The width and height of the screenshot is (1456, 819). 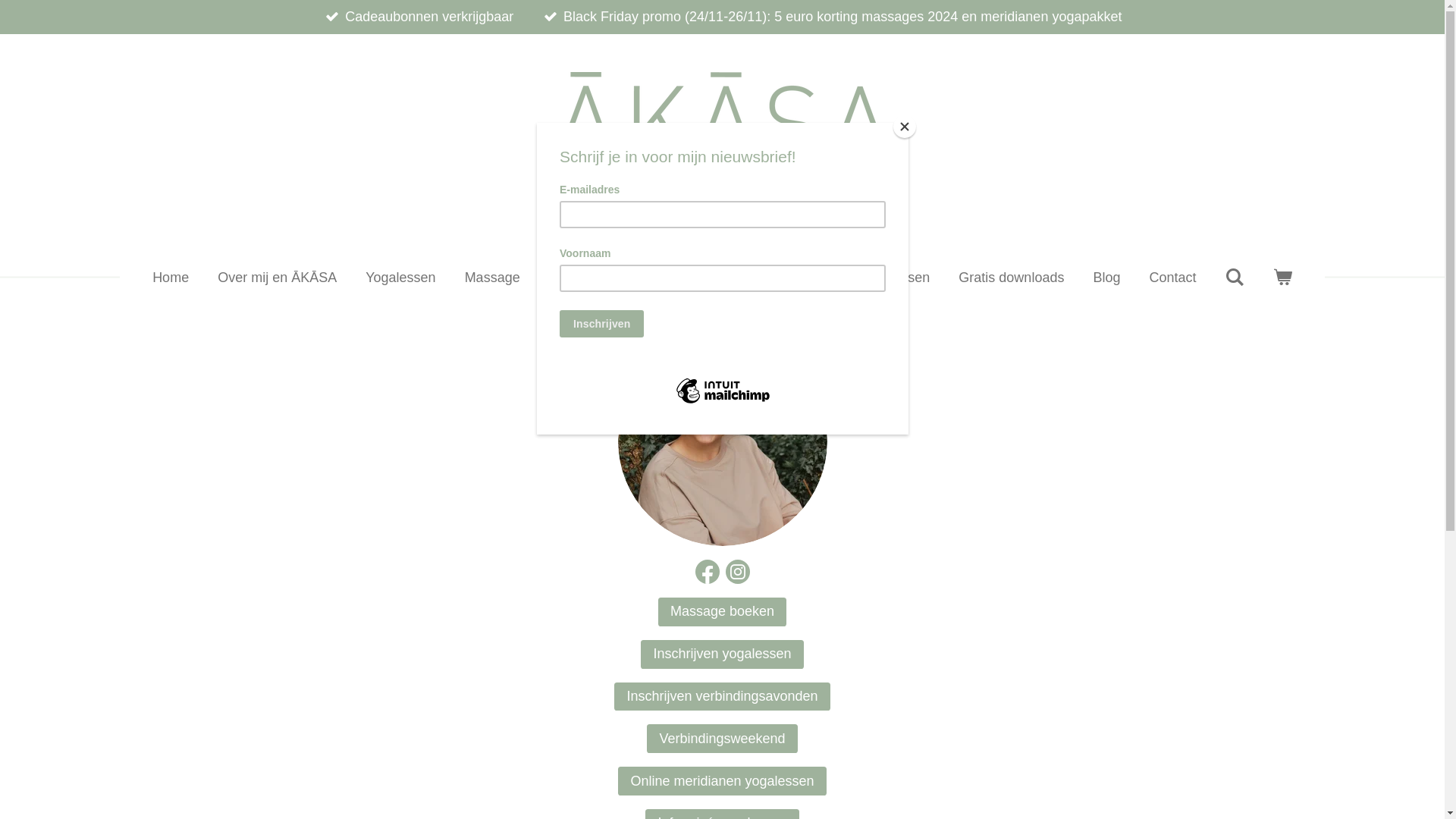 What do you see at coordinates (492, 278) in the screenshot?
I see `'Massage'` at bounding box center [492, 278].